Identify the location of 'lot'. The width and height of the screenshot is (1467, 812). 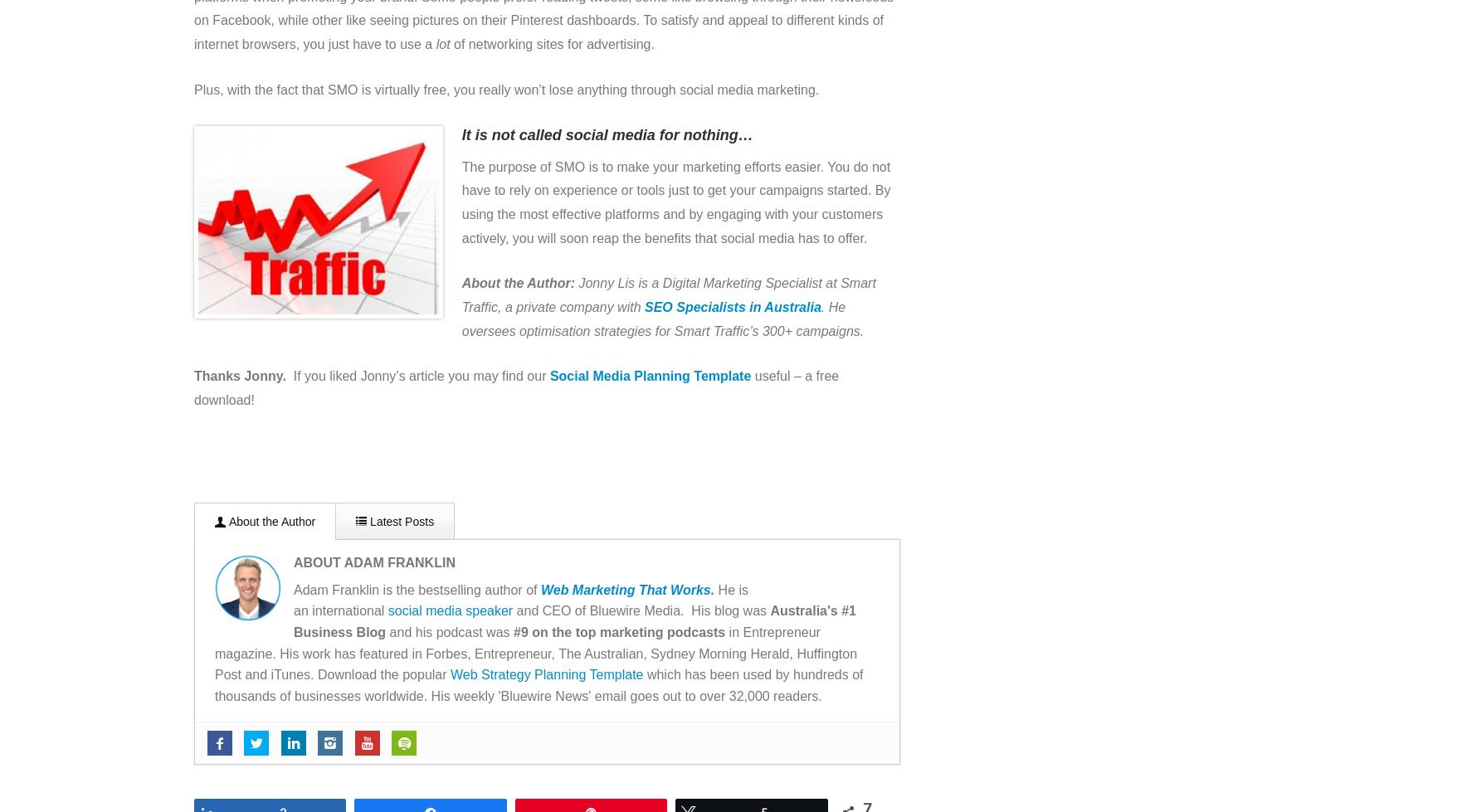
(434, 44).